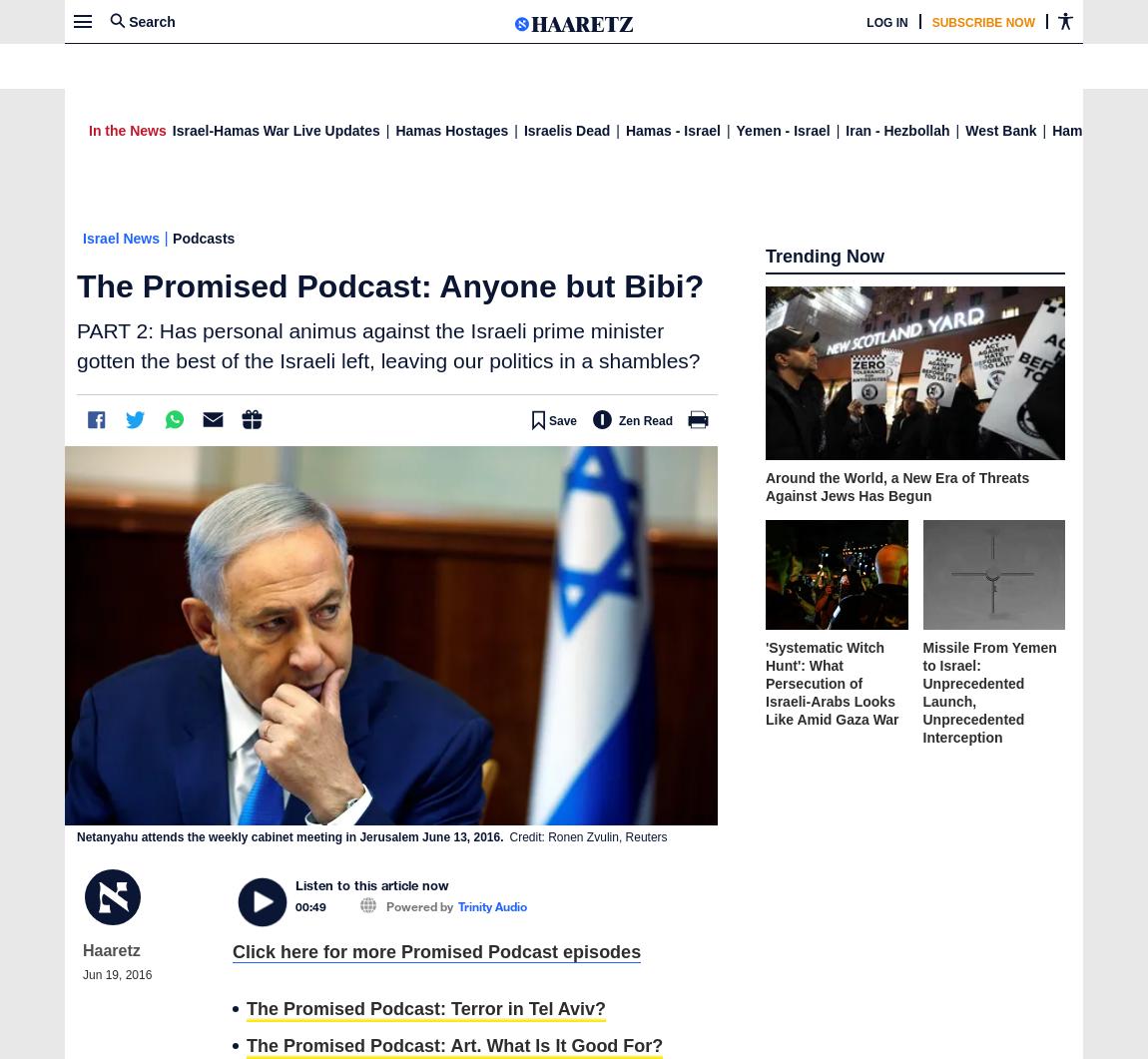  Describe the element at coordinates (203, 238) in the screenshot. I see `'Podcasts'` at that location.